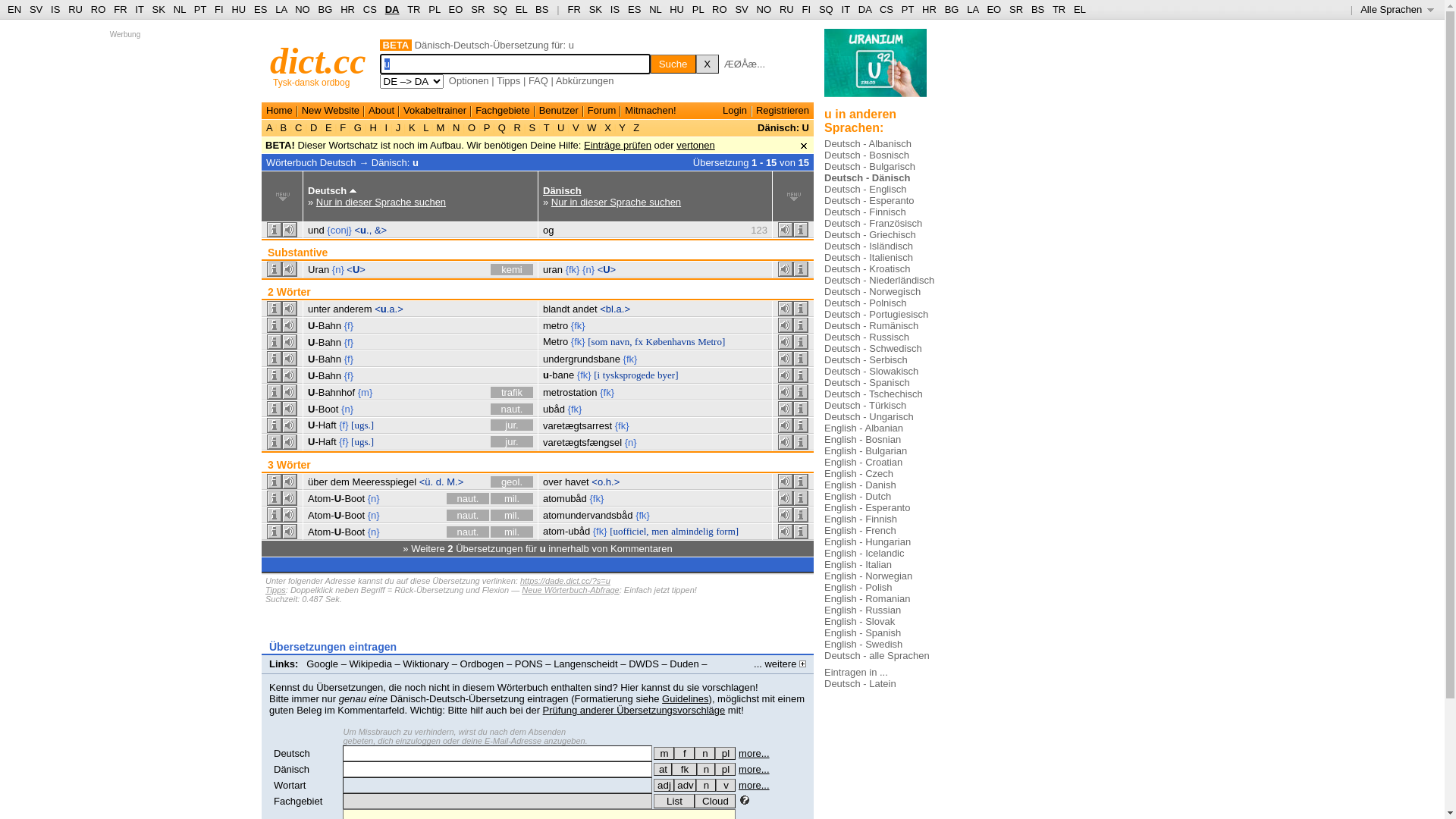  I want to click on 'Uran', so click(318, 268).